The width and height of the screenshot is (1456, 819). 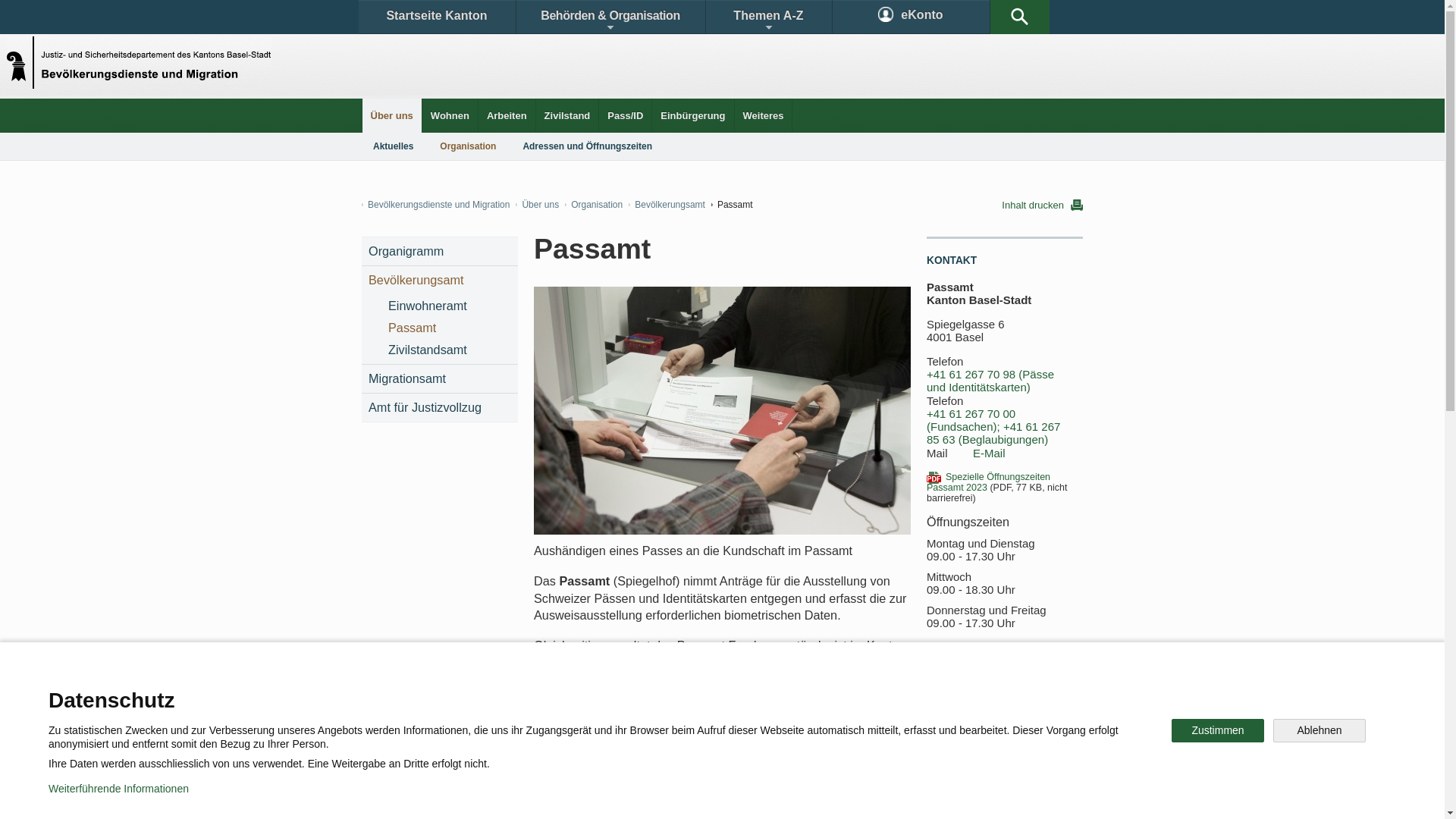 What do you see at coordinates (625, 115) in the screenshot?
I see `'Pass/ID'` at bounding box center [625, 115].